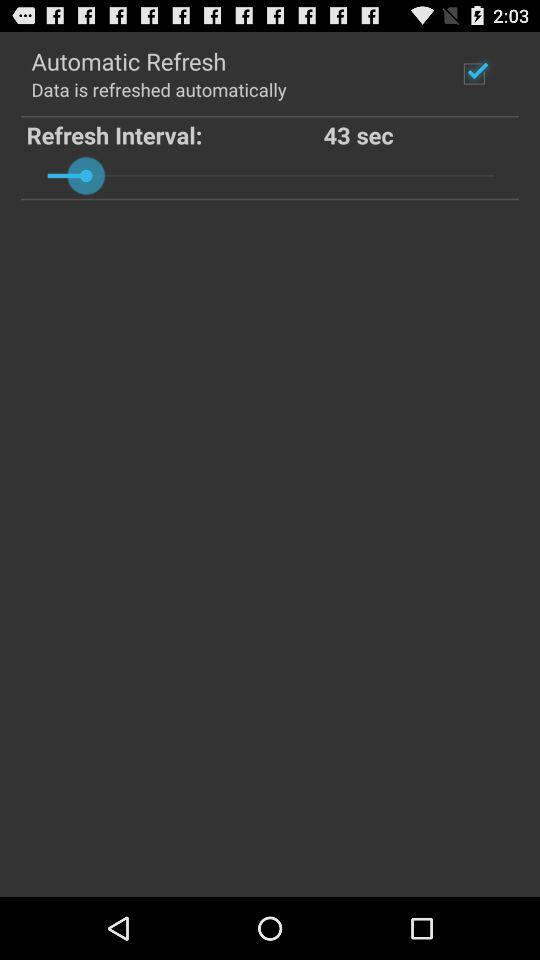 This screenshot has width=540, height=960. Describe the element at coordinates (175, 133) in the screenshot. I see `icon to the left of 43 sec icon` at that location.